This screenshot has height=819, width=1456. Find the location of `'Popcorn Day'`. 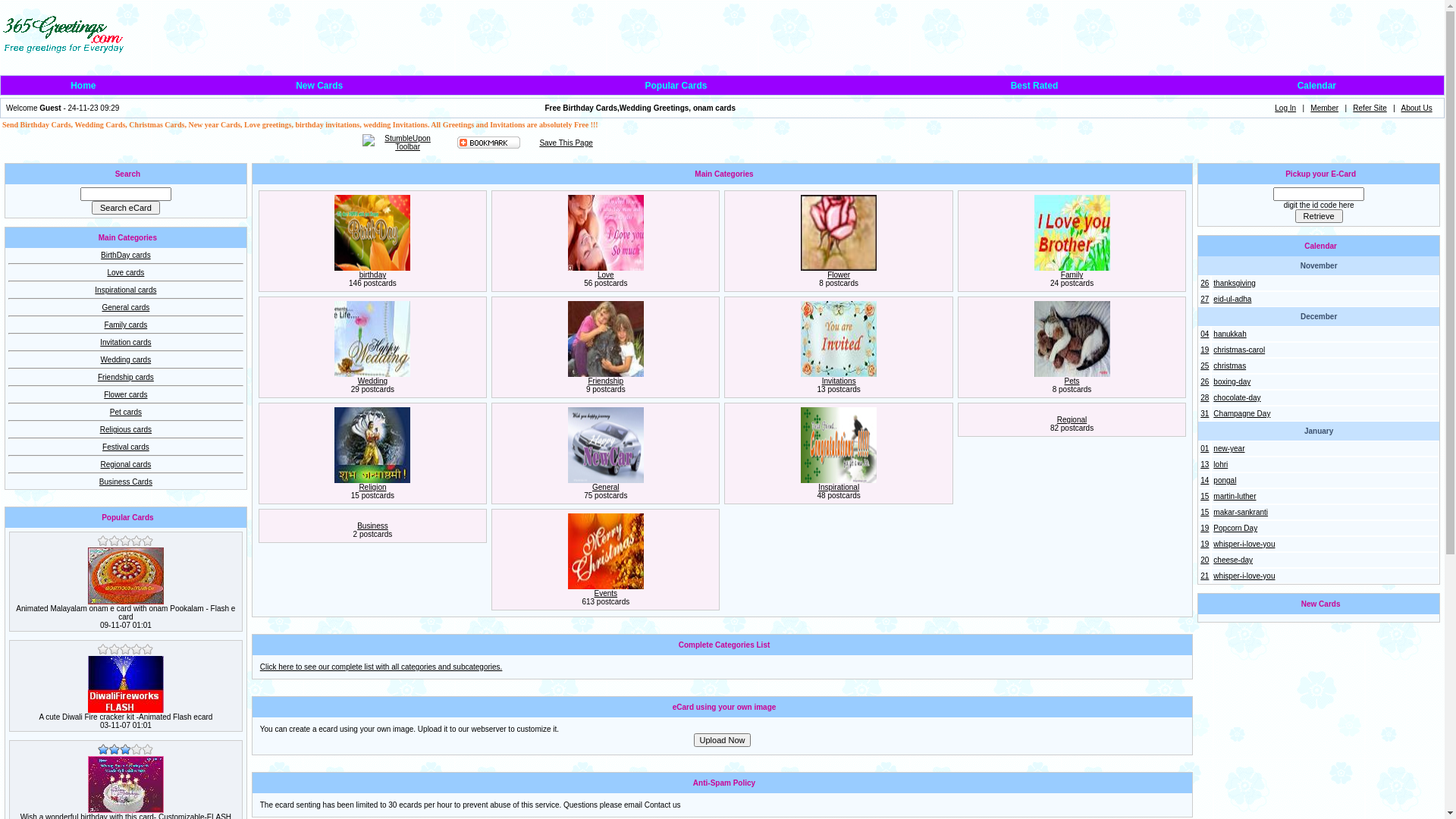

'Popcorn Day' is located at coordinates (1235, 527).